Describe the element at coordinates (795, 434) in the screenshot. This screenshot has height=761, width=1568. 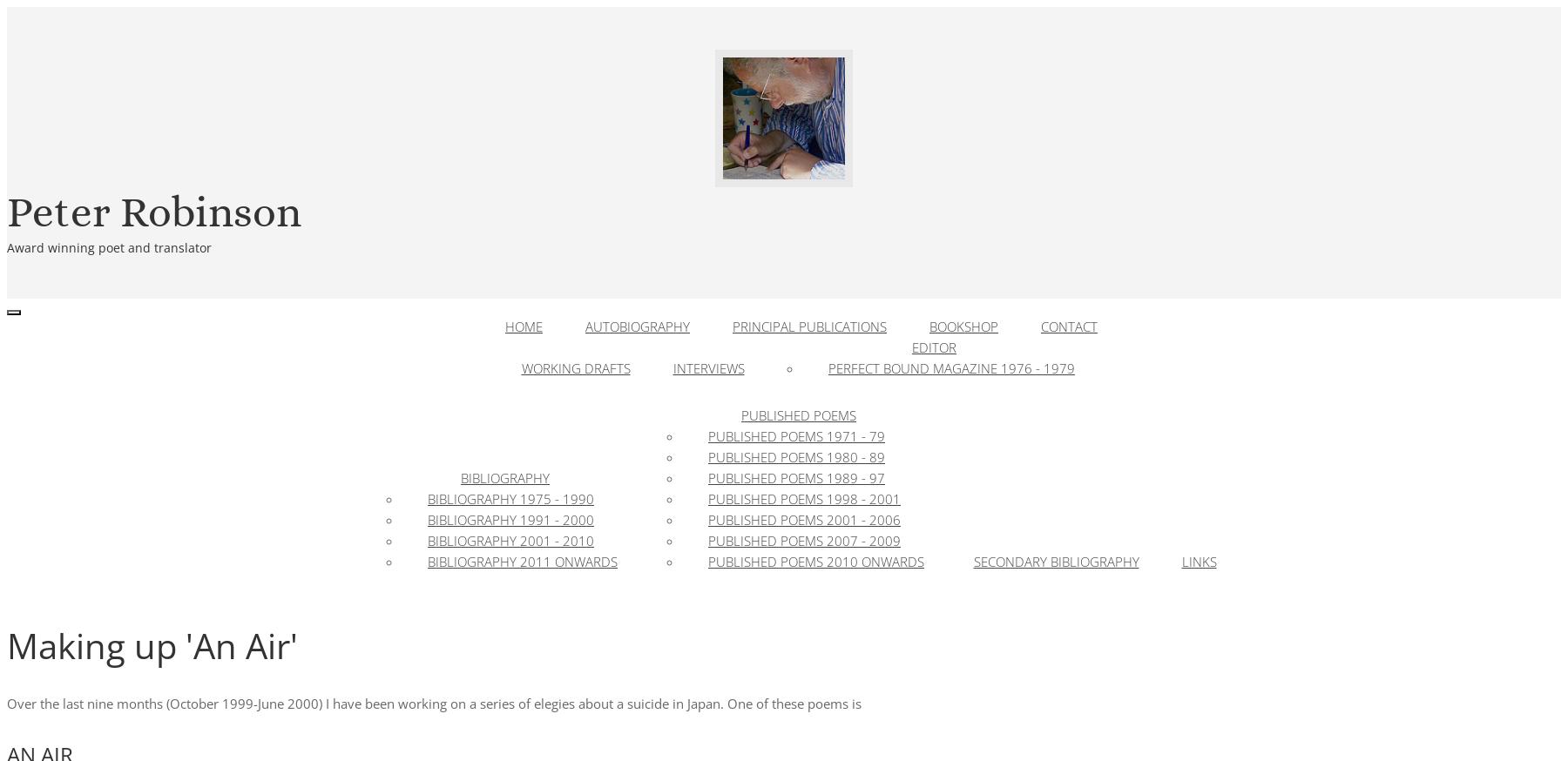
I see `'Published Poems 1971 - 79'` at that location.